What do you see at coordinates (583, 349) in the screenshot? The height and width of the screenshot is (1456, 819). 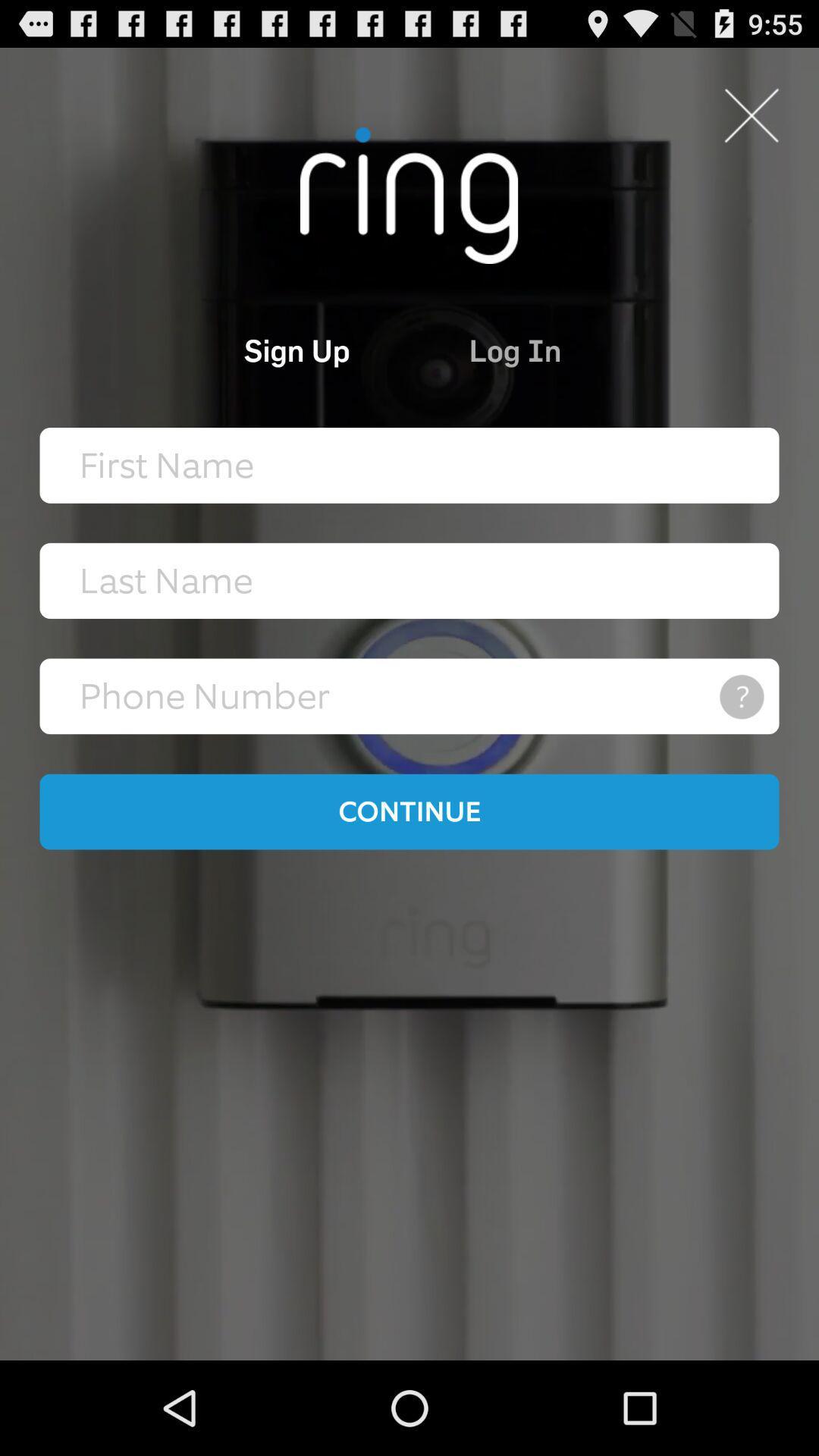 I see `the item to the right of the sign up icon` at bounding box center [583, 349].